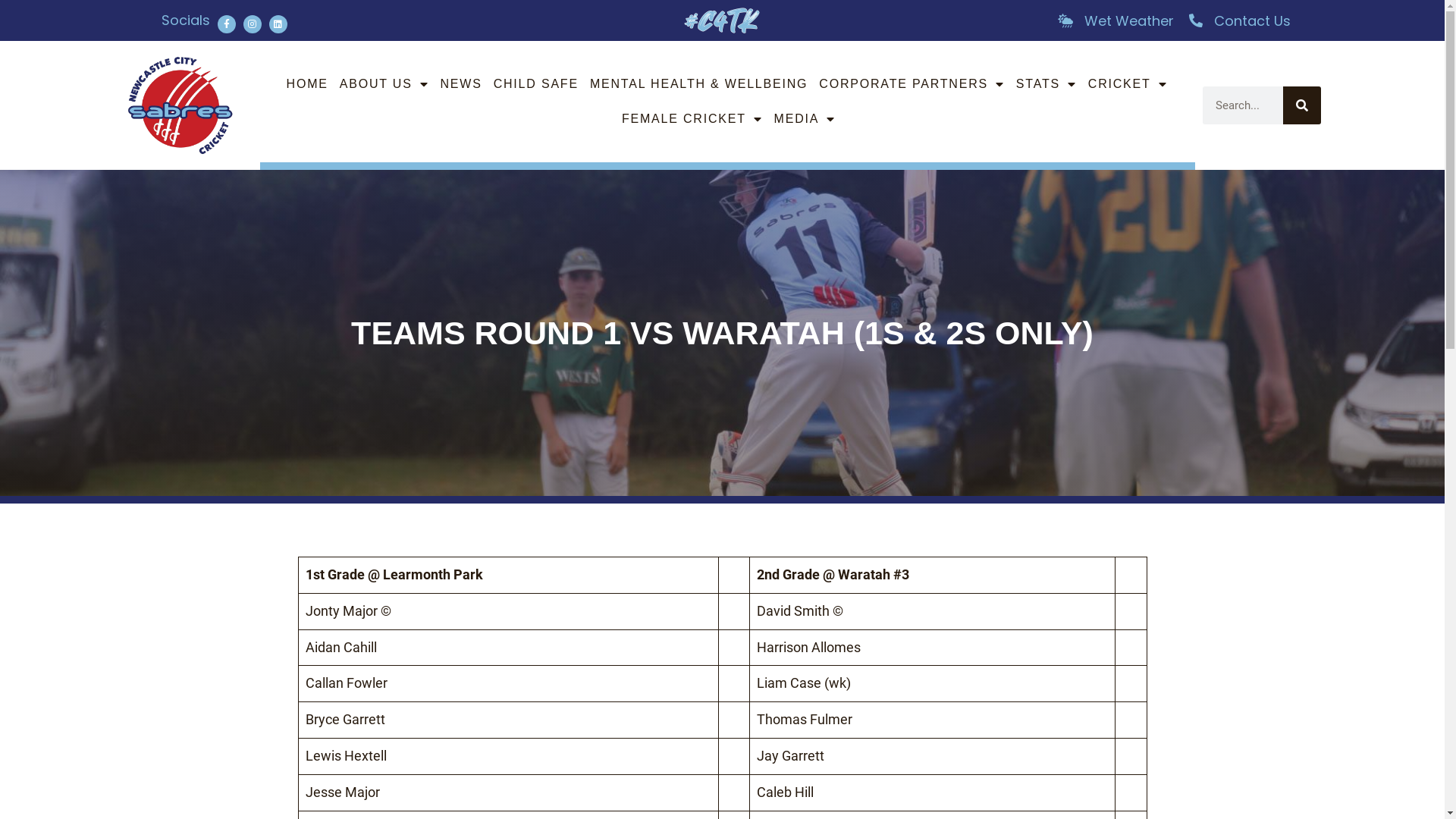  Describe the element at coordinates (1046, 84) in the screenshot. I see `'STATS'` at that location.